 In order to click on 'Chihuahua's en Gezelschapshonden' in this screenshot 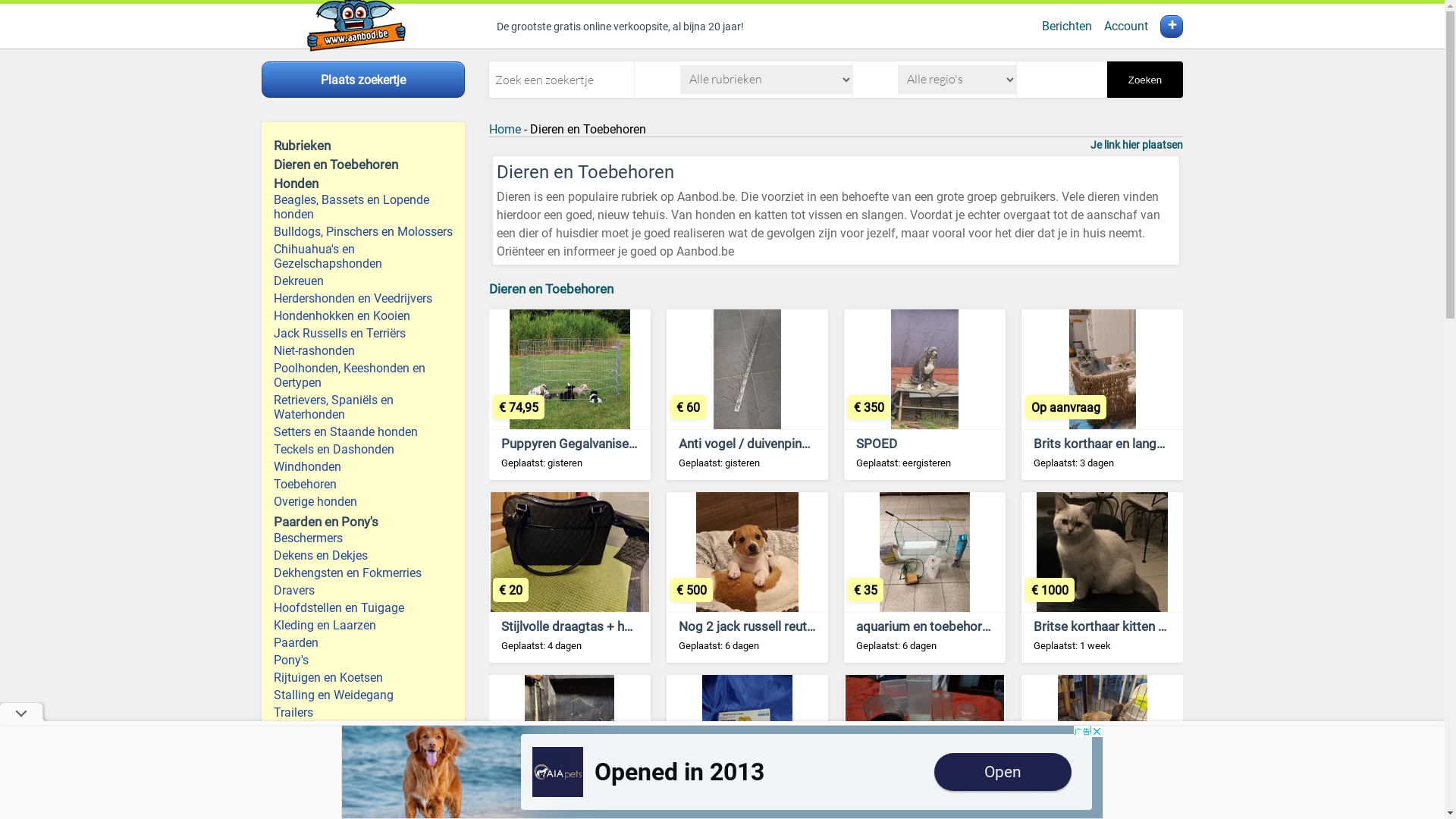, I will do `click(362, 256)`.